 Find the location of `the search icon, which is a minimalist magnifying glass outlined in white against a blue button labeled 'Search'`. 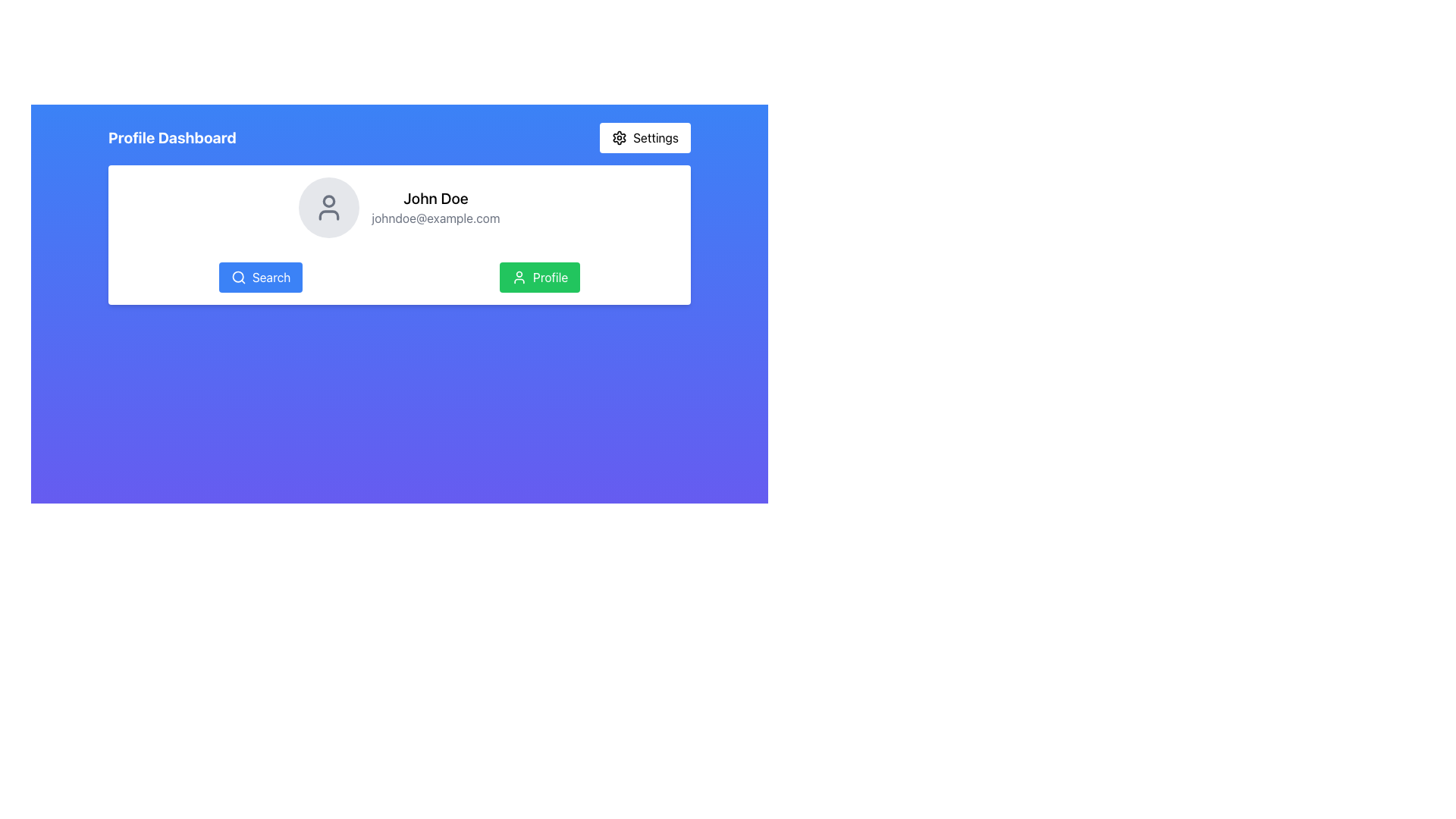

the search icon, which is a minimalist magnifying glass outlined in white against a blue button labeled 'Search' is located at coordinates (237, 278).